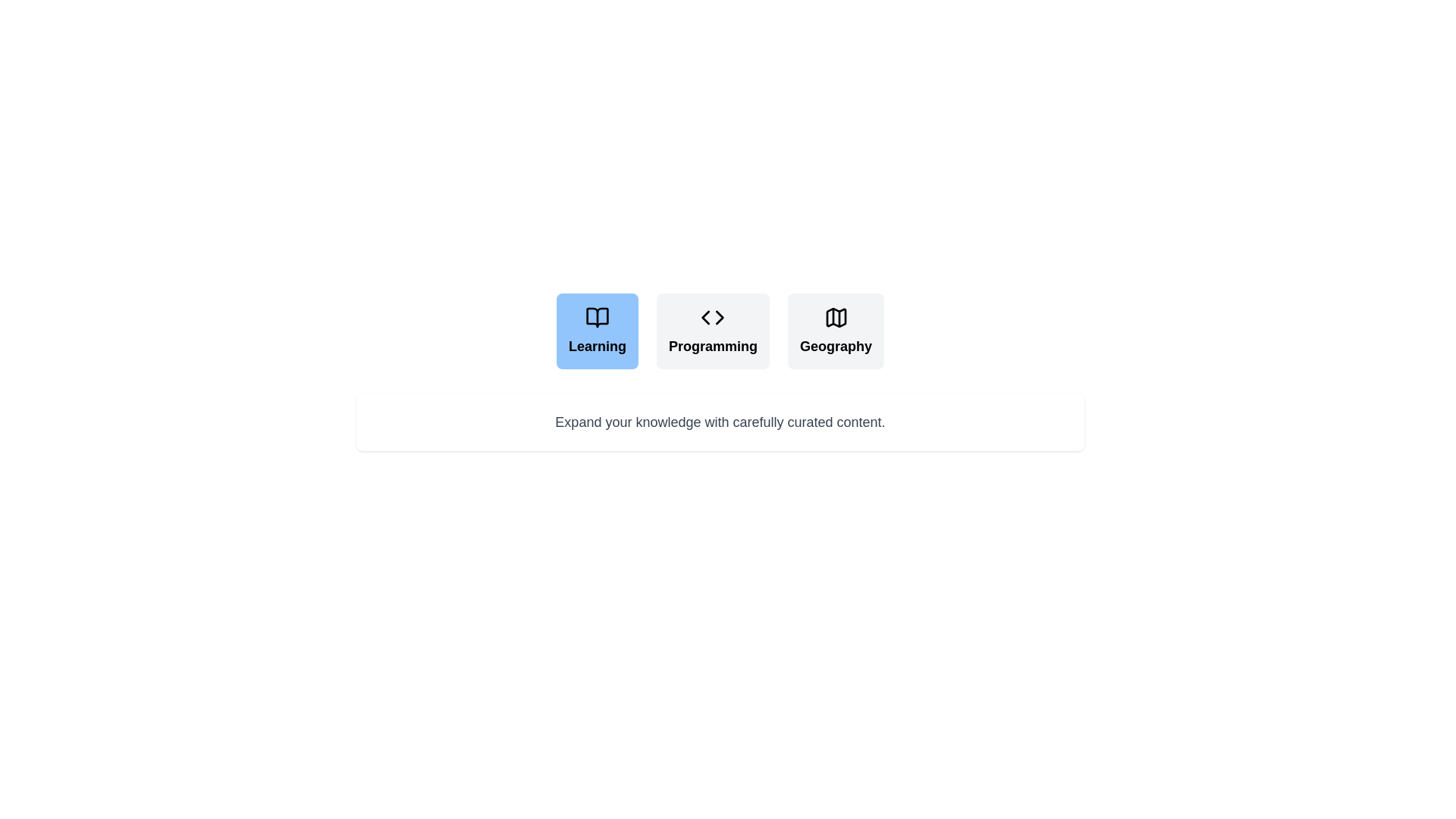 Image resolution: width=1456 pixels, height=819 pixels. I want to click on the tab labeled Programming to switch to the corresponding content, so click(712, 330).